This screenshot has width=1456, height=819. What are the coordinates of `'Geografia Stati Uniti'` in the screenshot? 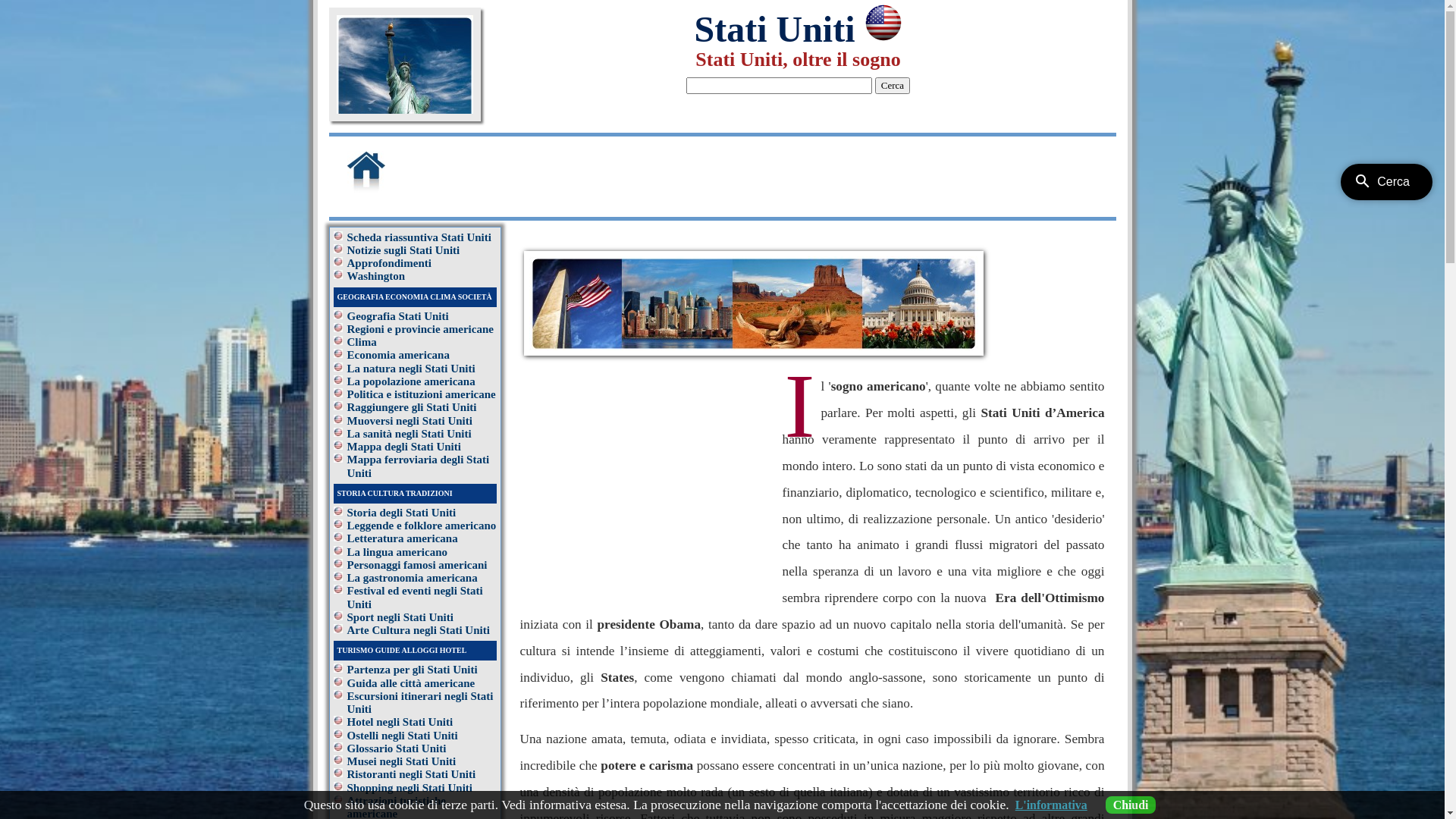 It's located at (397, 315).